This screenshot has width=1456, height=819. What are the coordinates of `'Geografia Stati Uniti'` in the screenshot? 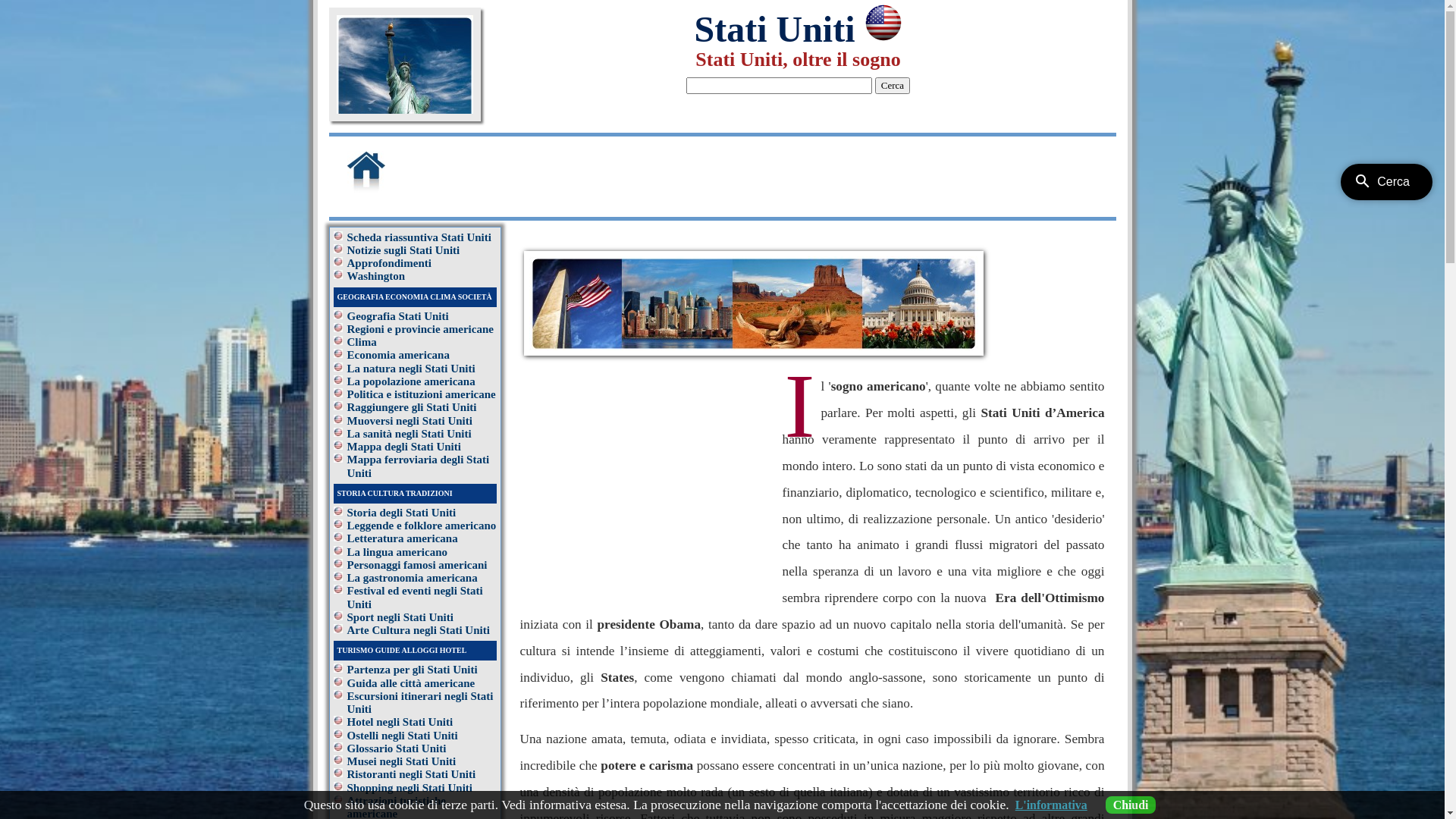 It's located at (397, 315).